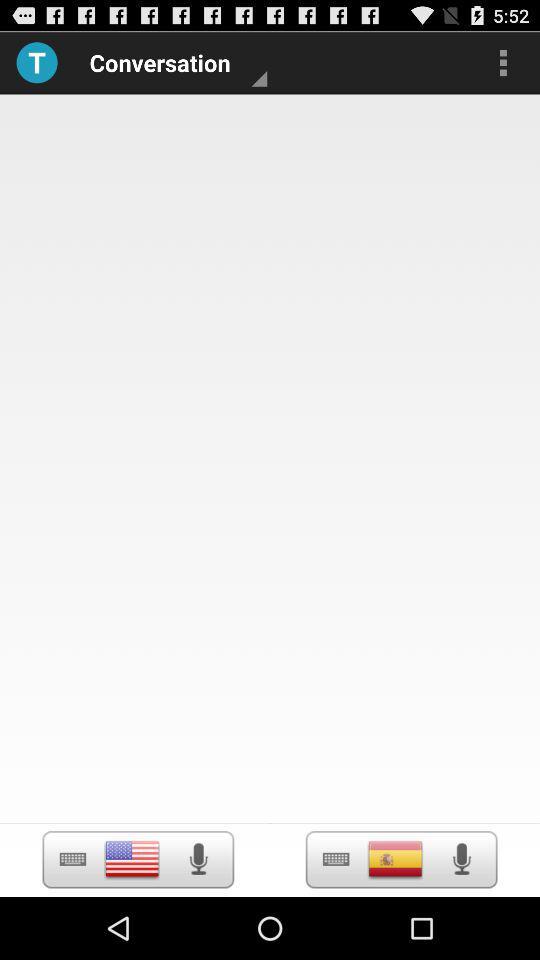 This screenshot has height=960, width=540. I want to click on keyboard, so click(71, 858).